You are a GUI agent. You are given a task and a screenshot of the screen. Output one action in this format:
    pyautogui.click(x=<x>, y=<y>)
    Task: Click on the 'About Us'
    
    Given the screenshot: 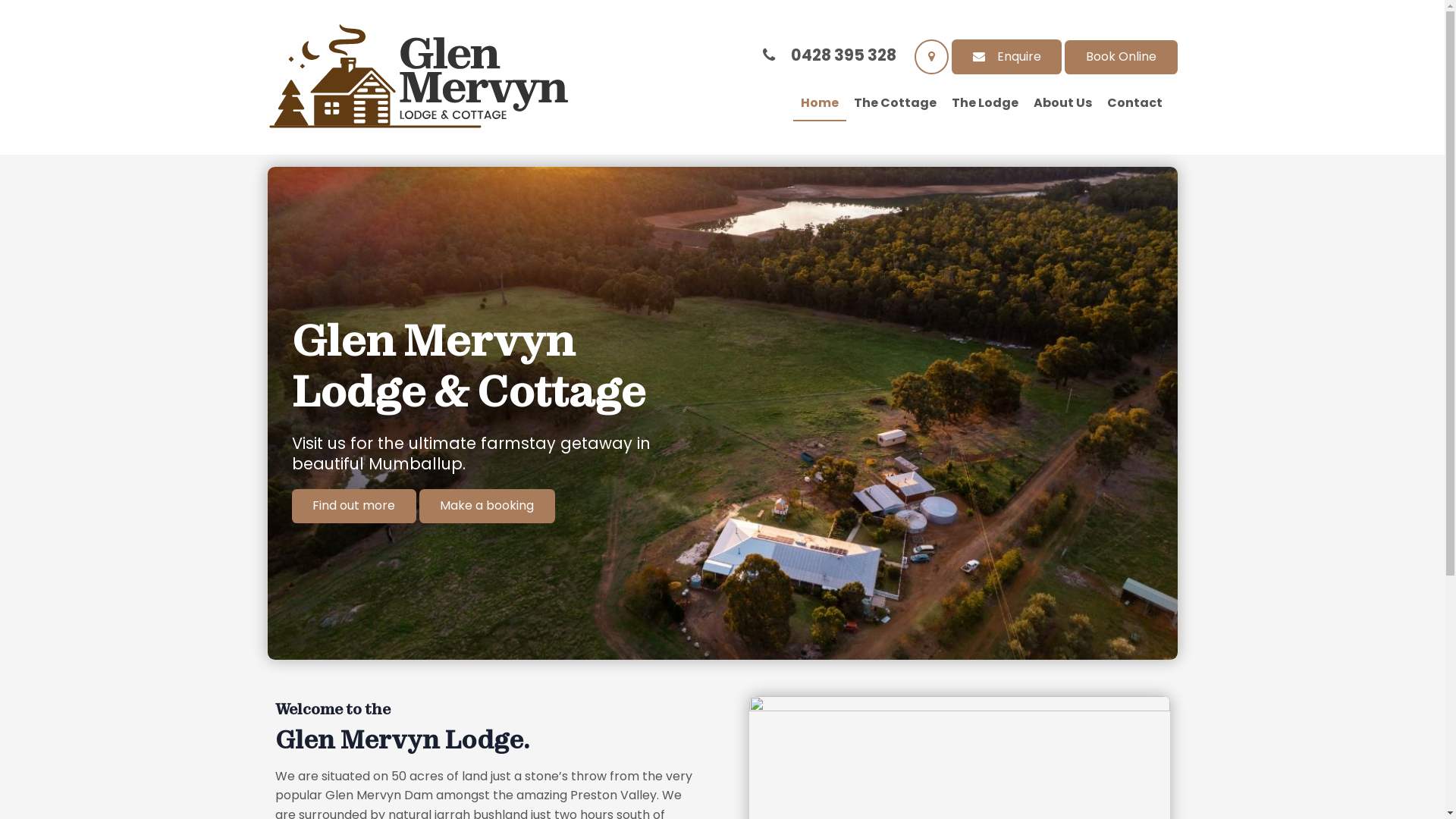 What is the action you would take?
    pyautogui.click(x=1061, y=103)
    